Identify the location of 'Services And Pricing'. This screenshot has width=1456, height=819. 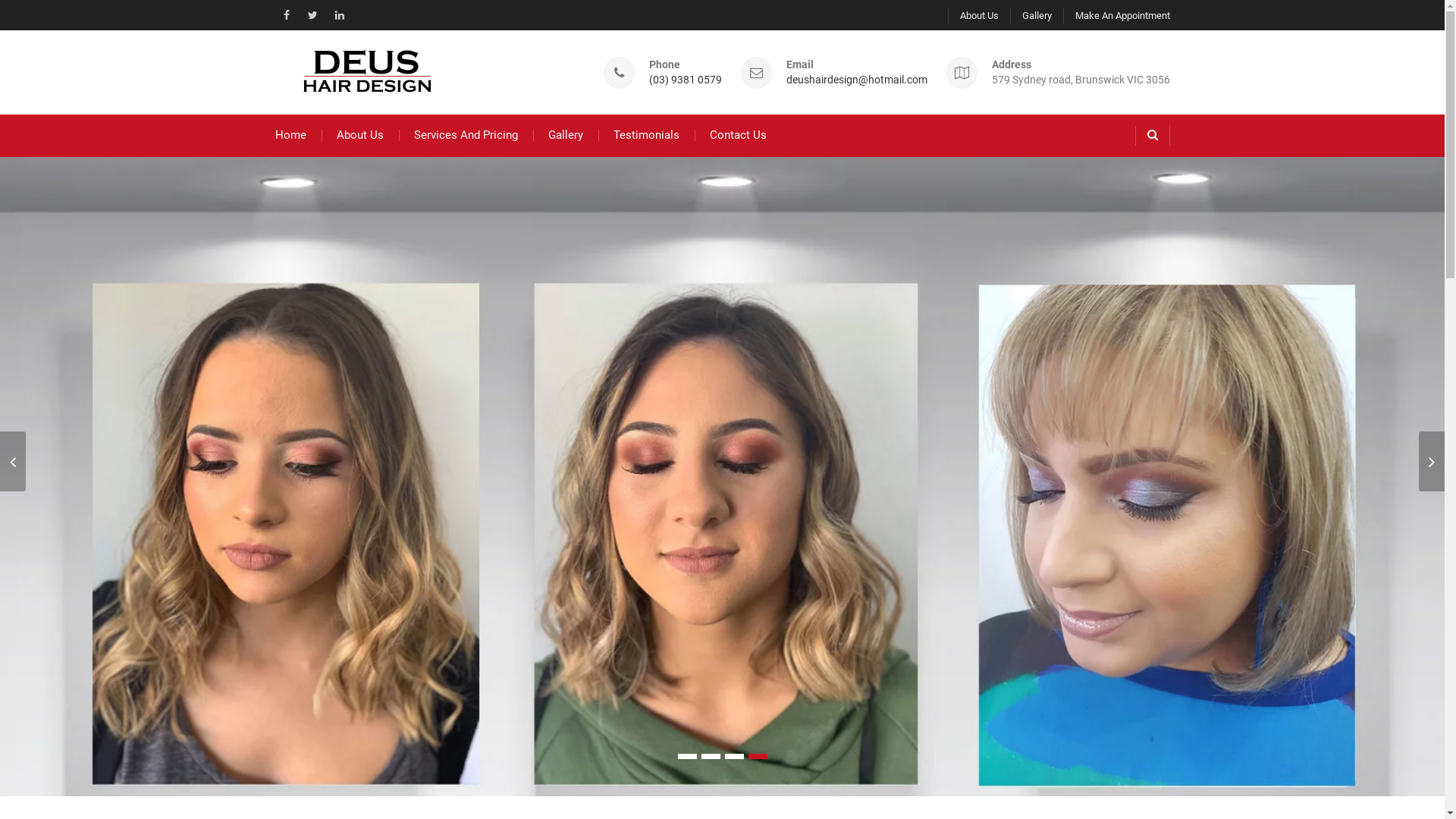
(465, 134).